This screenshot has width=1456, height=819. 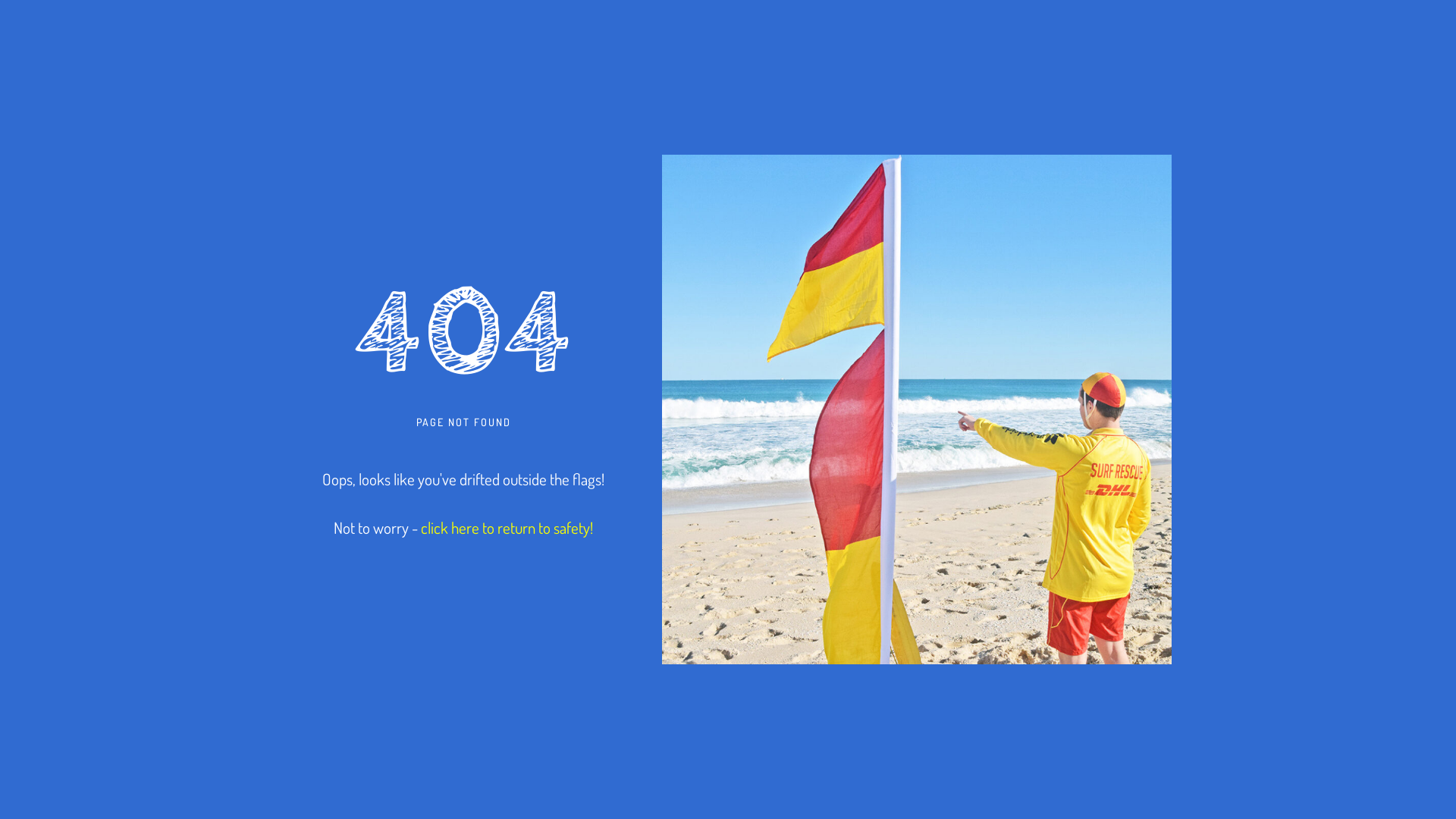 I want to click on 'click here to return to safety!', so click(x=507, y=526).